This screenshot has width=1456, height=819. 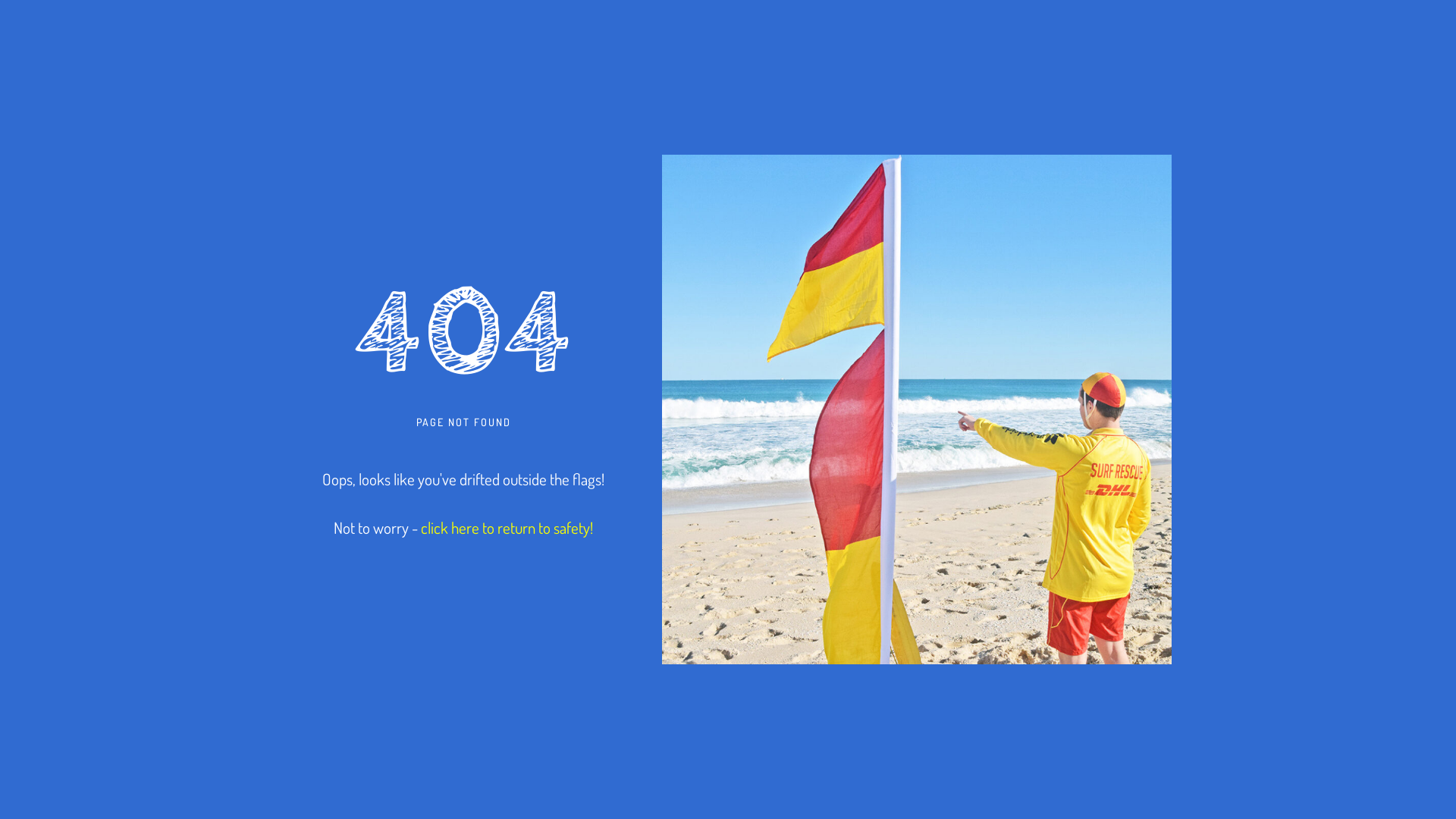 I want to click on 'click here to return to safety!', so click(x=507, y=526).